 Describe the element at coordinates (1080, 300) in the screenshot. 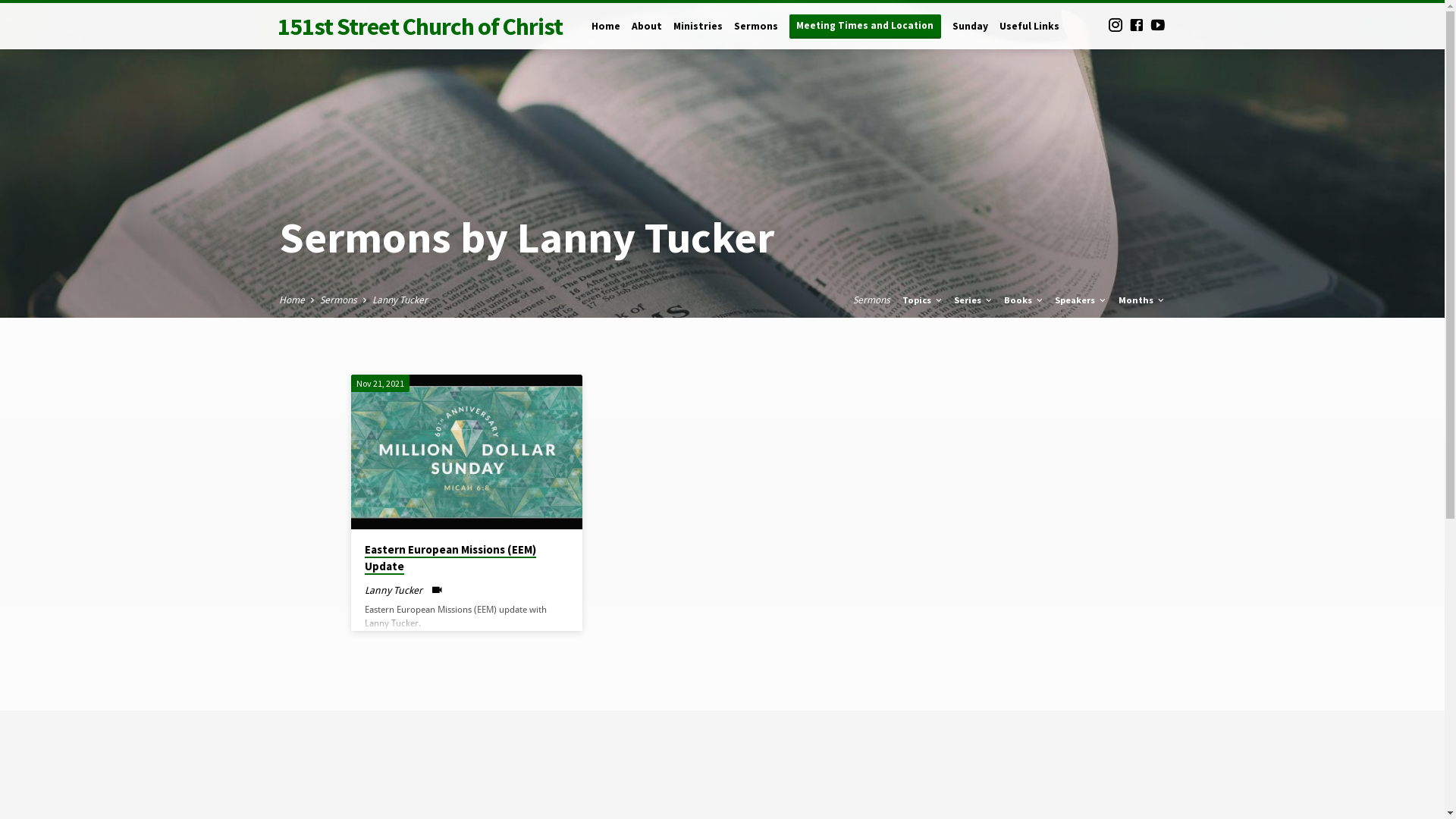

I see `'Speakers'` at that location.